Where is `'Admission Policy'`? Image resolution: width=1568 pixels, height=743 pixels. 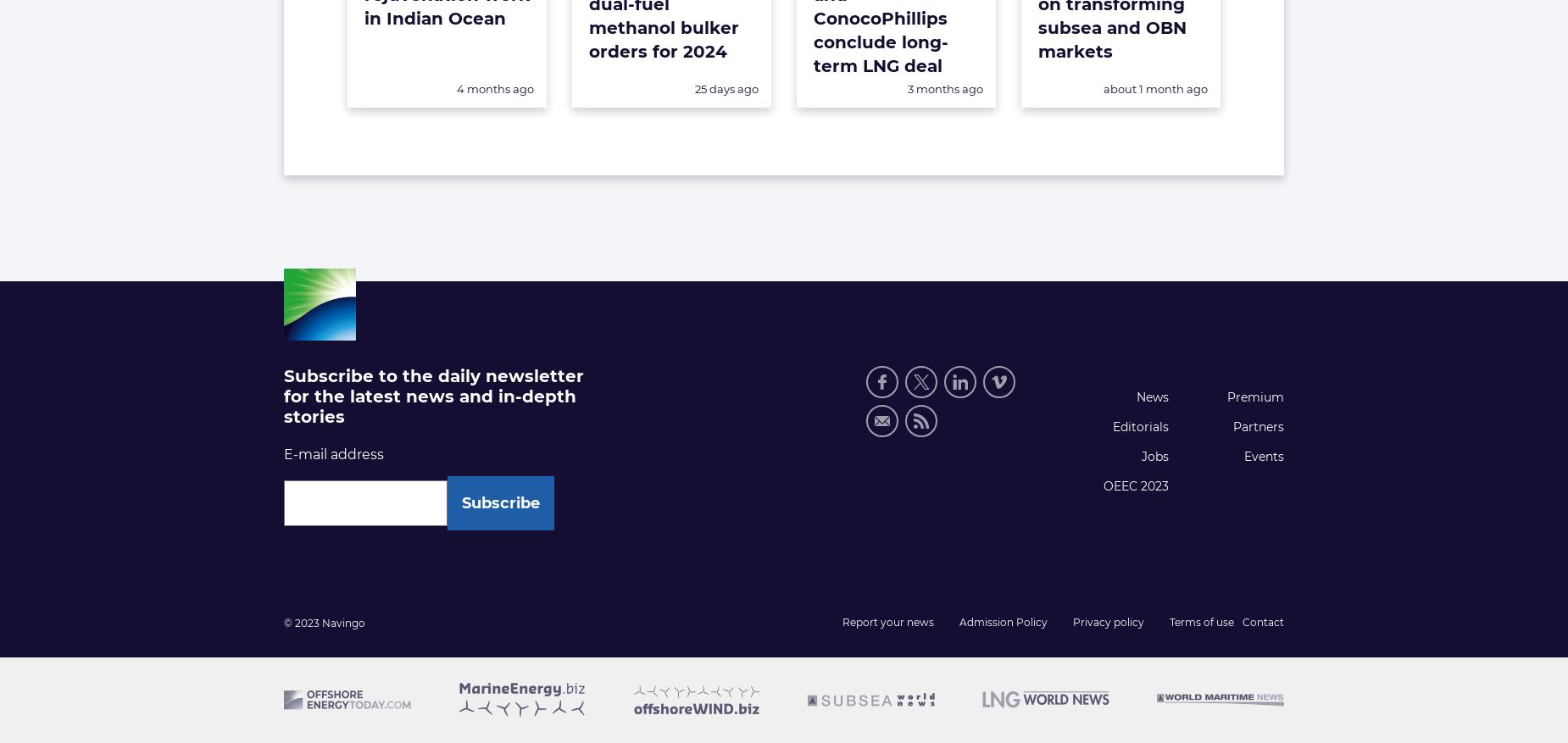 'Admission Policy' is located at coordinates (1003, 621).